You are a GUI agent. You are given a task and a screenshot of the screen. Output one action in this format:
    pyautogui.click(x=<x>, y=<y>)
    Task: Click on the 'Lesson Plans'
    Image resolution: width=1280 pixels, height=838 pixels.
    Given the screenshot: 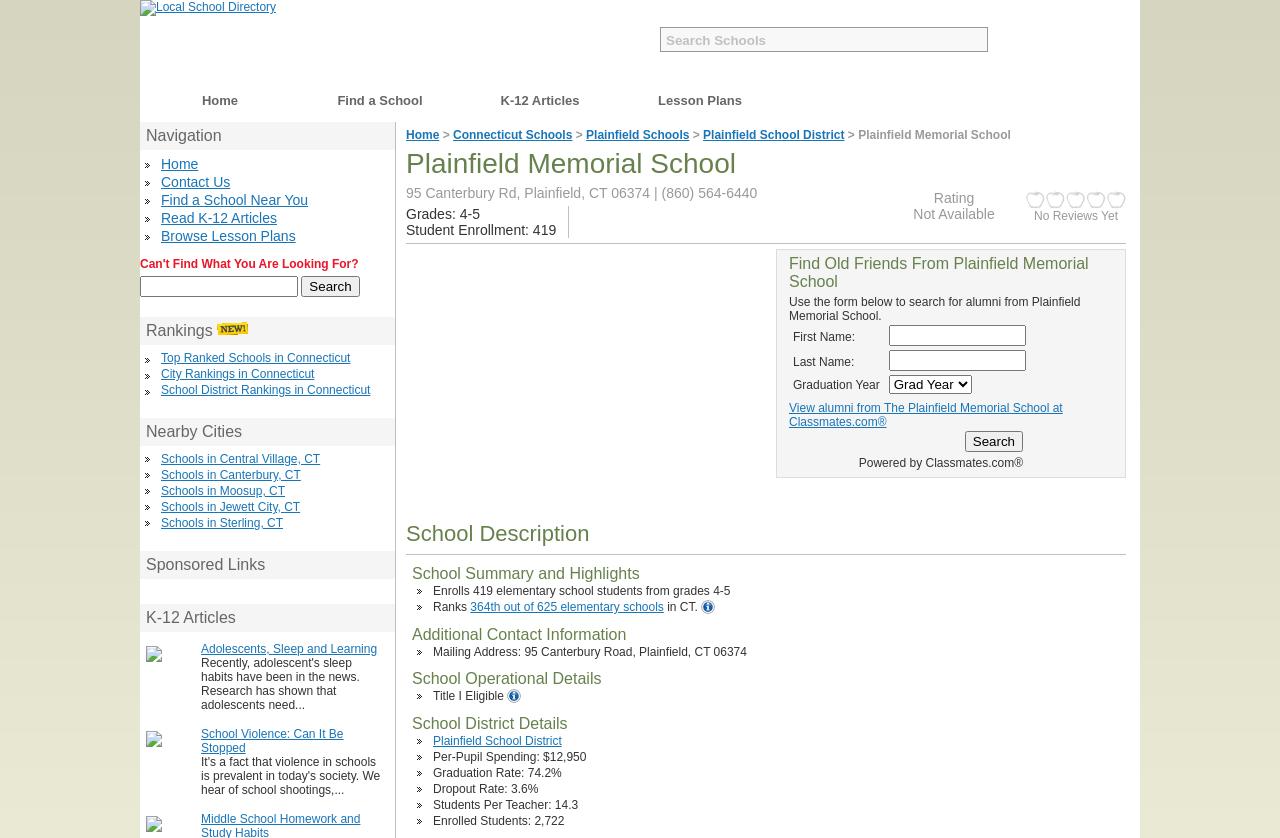 What is the action you would take?
    pyautogui.click(x=658, y=100)
    